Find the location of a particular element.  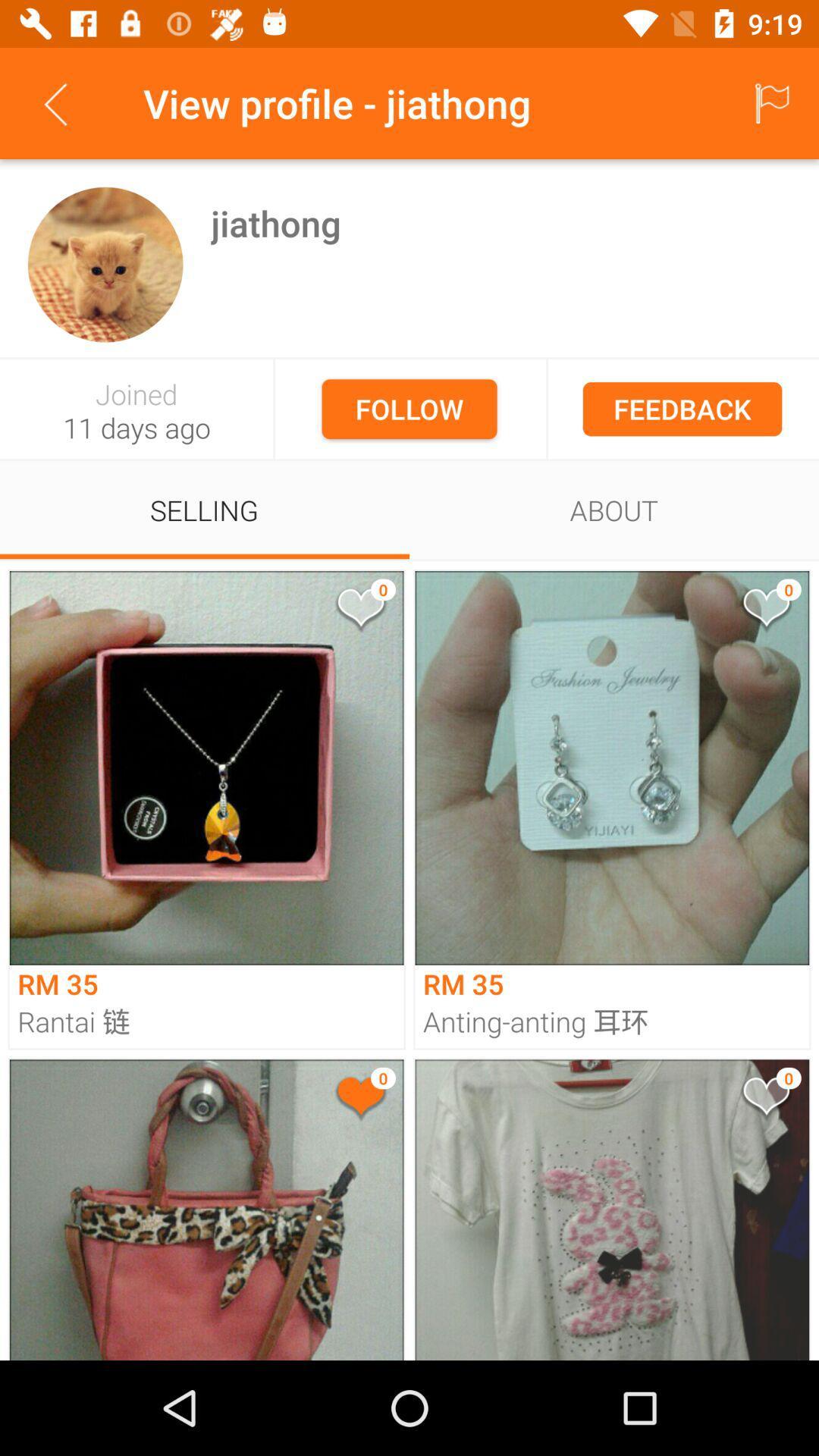

the follow is located at coordinates (409, 409).